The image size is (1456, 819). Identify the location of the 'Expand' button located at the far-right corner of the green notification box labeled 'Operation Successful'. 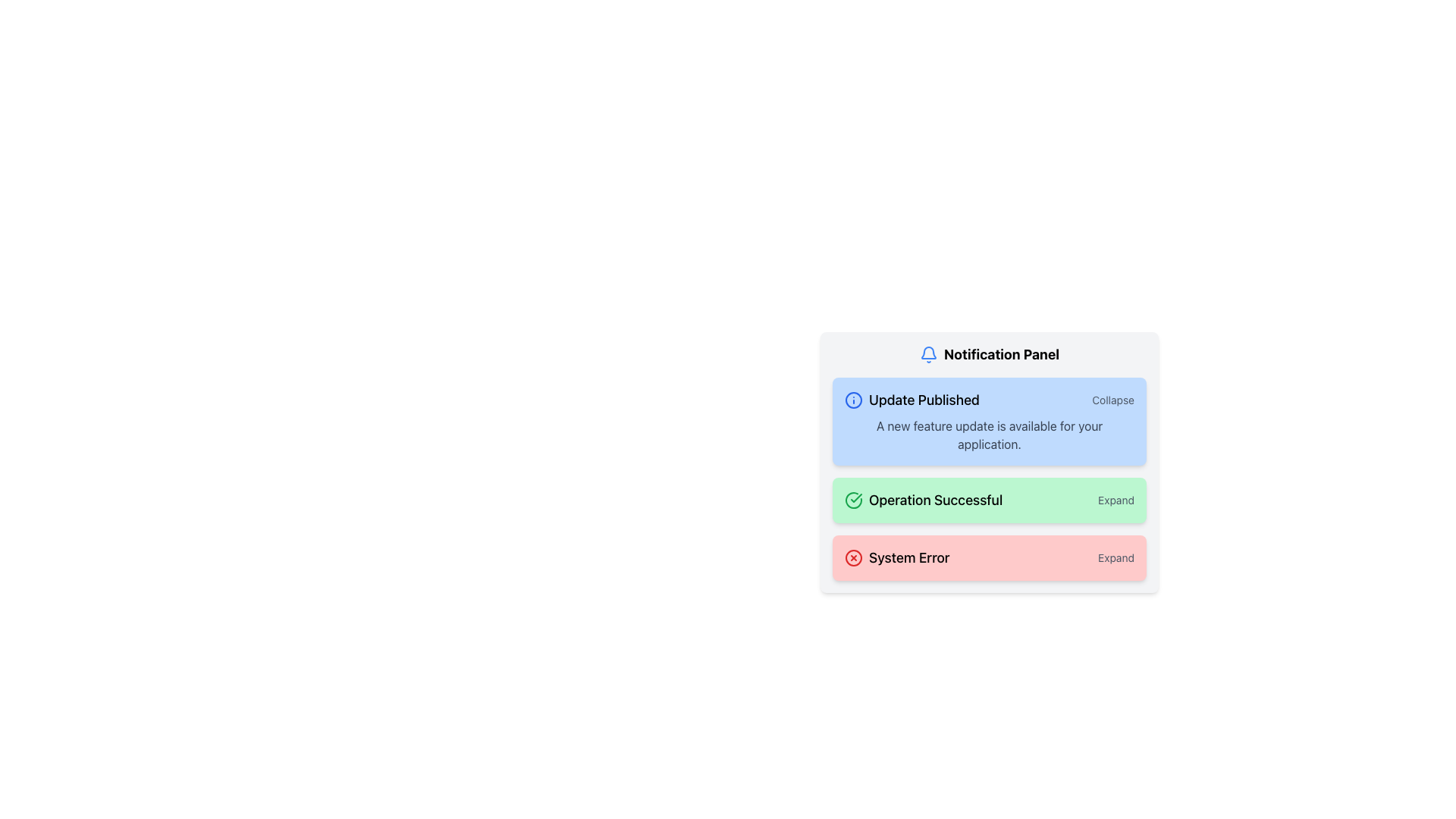
(1116, 500).